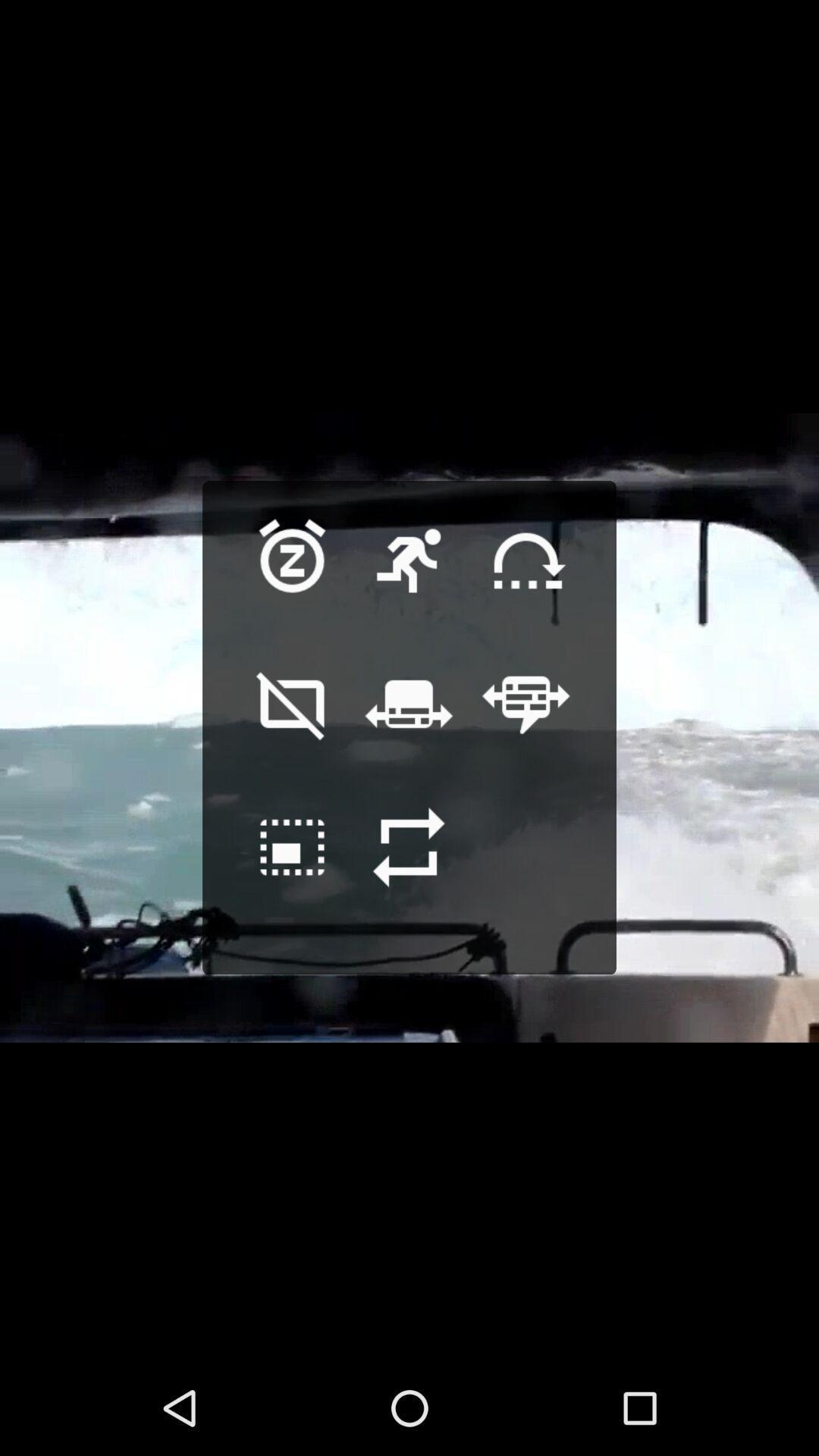 Image resolution: width=819 pixels, height=1456 pixels. I want to click on synchronize, so click(292, 871).